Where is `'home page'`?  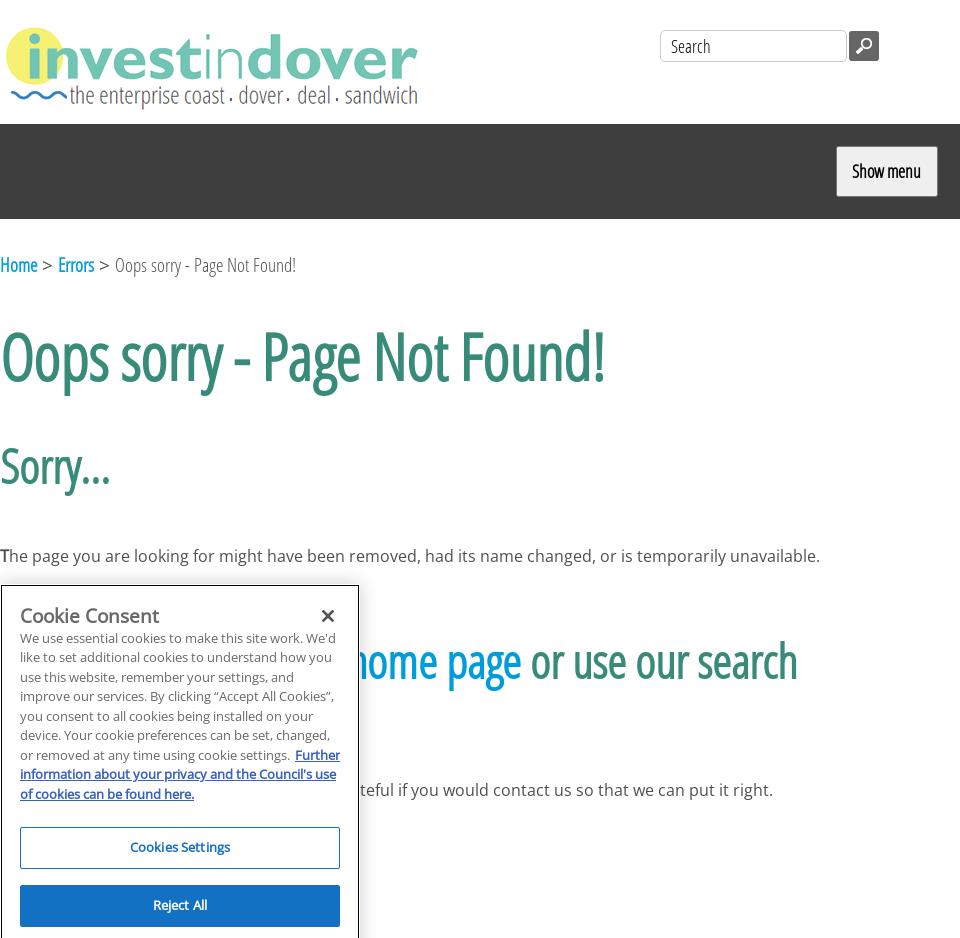 'home page' is located at coordinates (434, 659).